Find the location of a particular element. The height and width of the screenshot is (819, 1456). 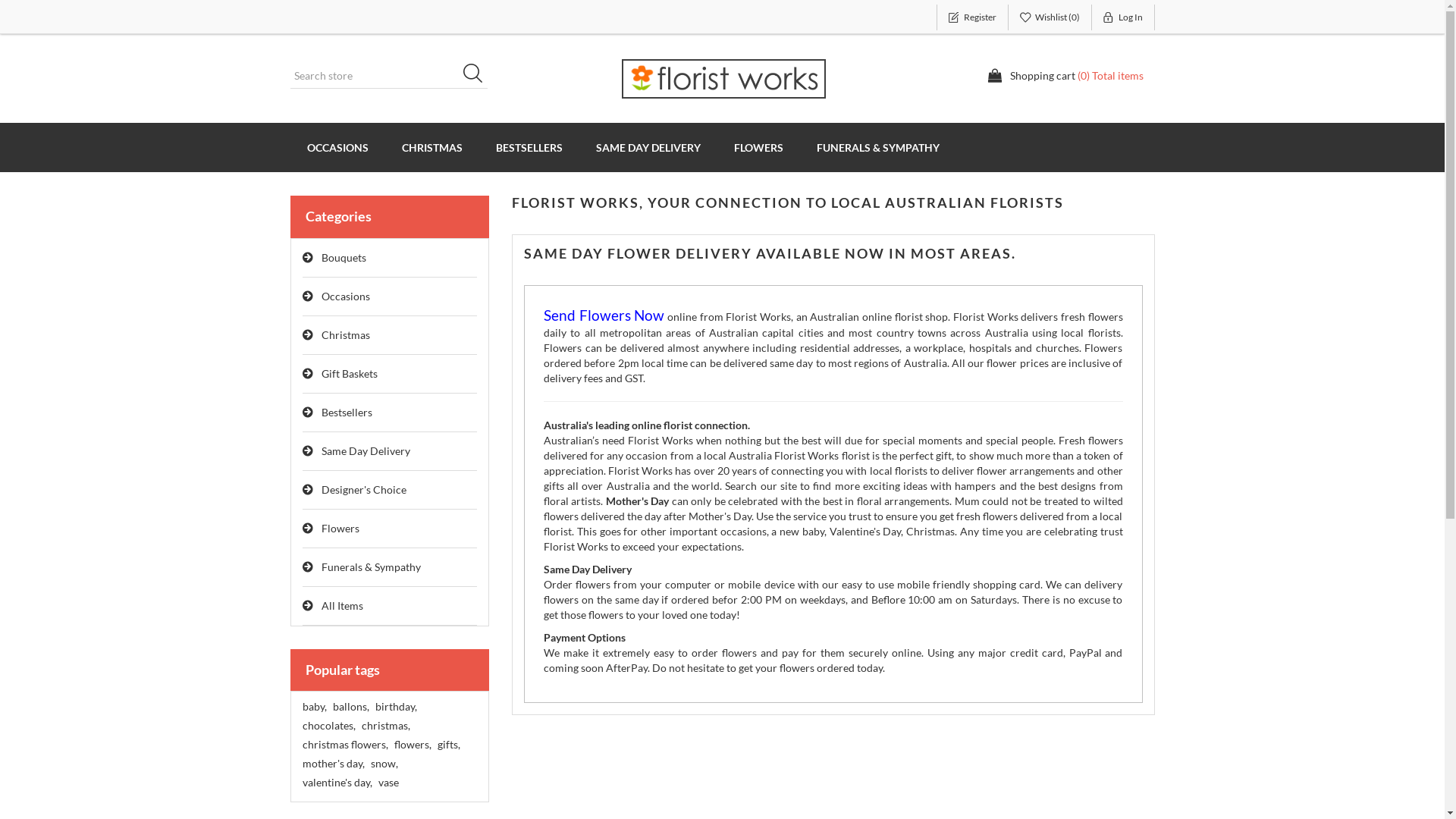

'baby,' is located at coordinates (302, 707).